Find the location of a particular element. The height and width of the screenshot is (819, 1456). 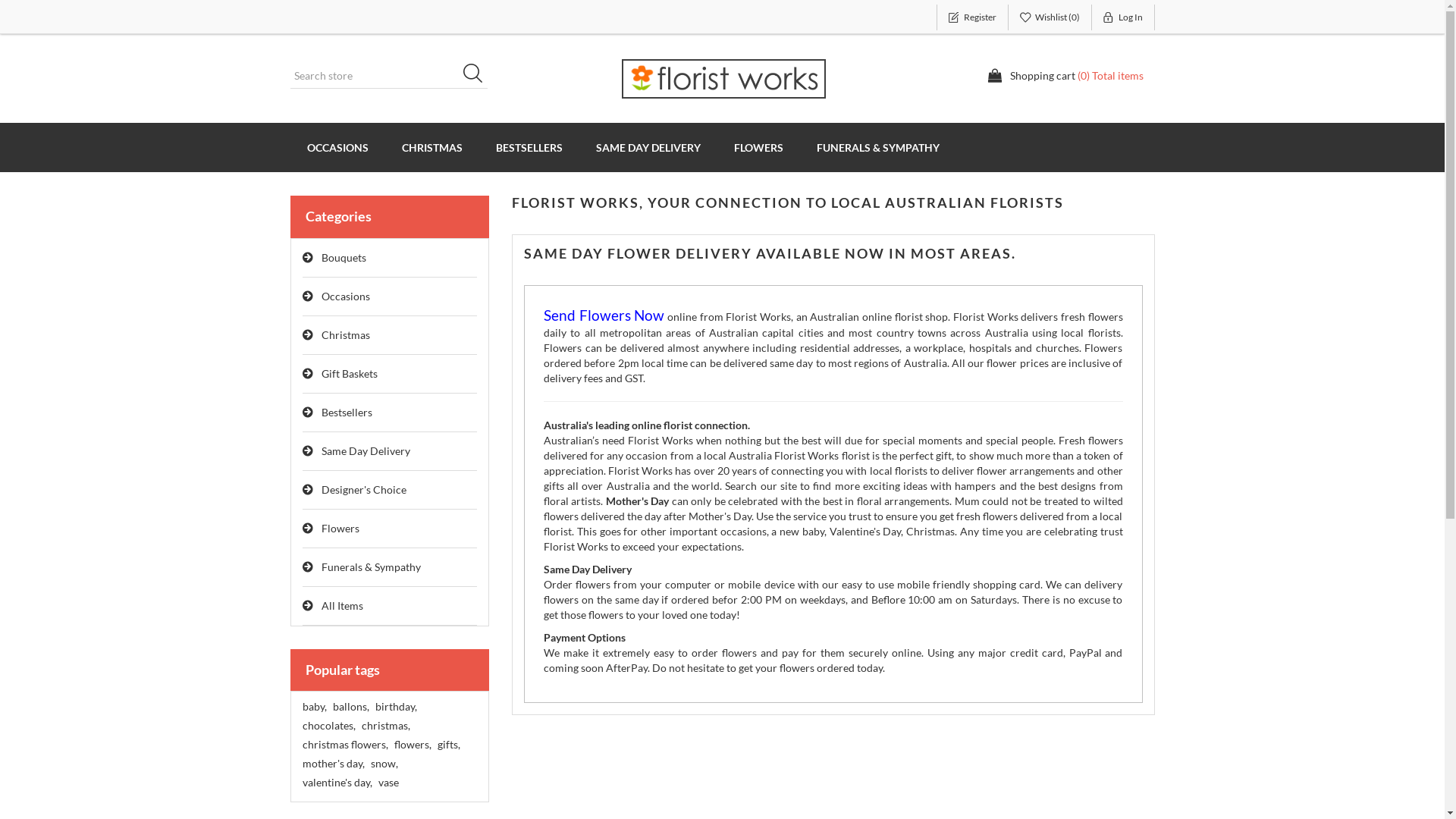

'baby,' is located at coordinates (302, 707).